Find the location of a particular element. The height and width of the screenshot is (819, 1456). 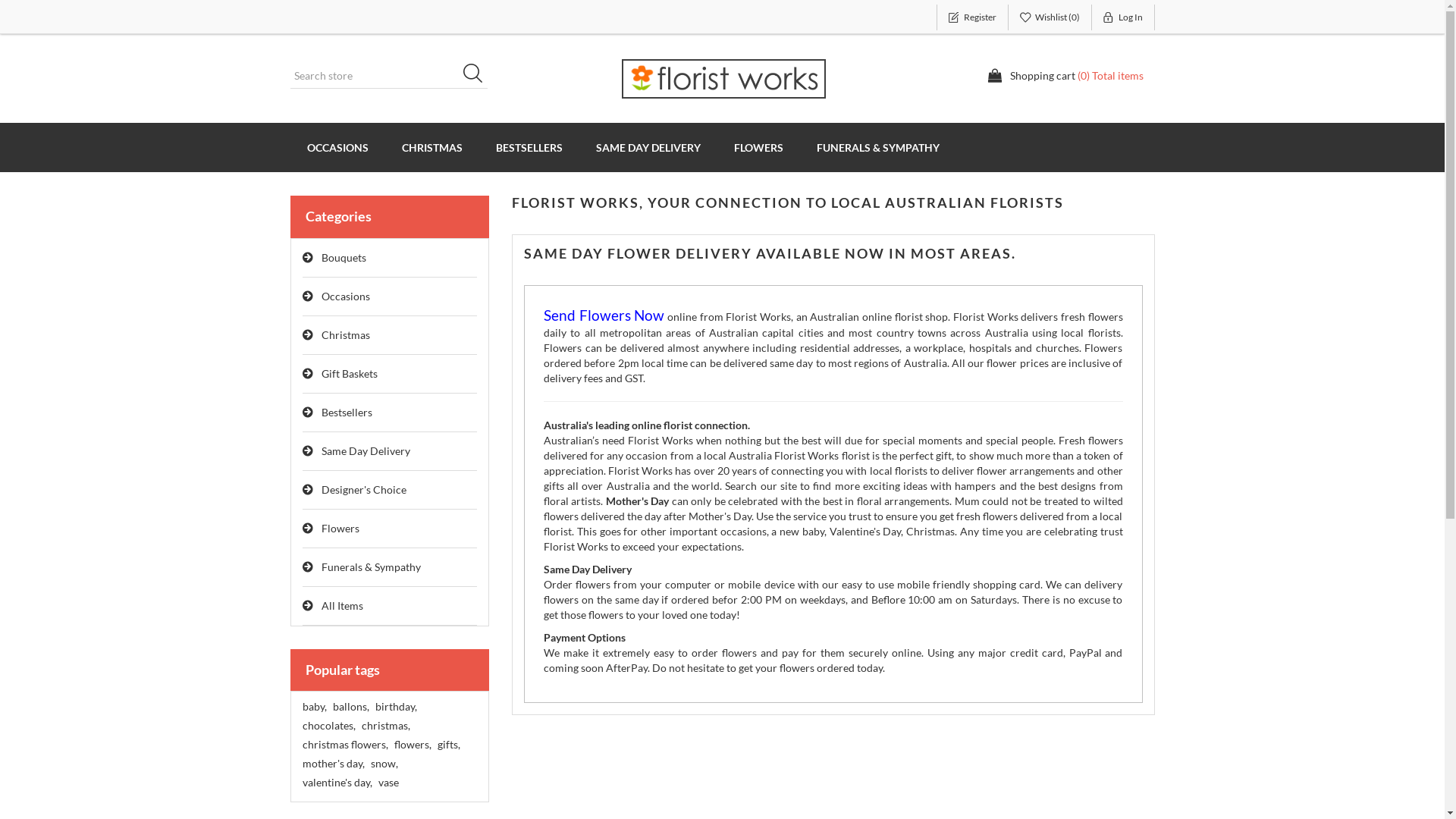

'baby,' is located at coordinates (302, 707).